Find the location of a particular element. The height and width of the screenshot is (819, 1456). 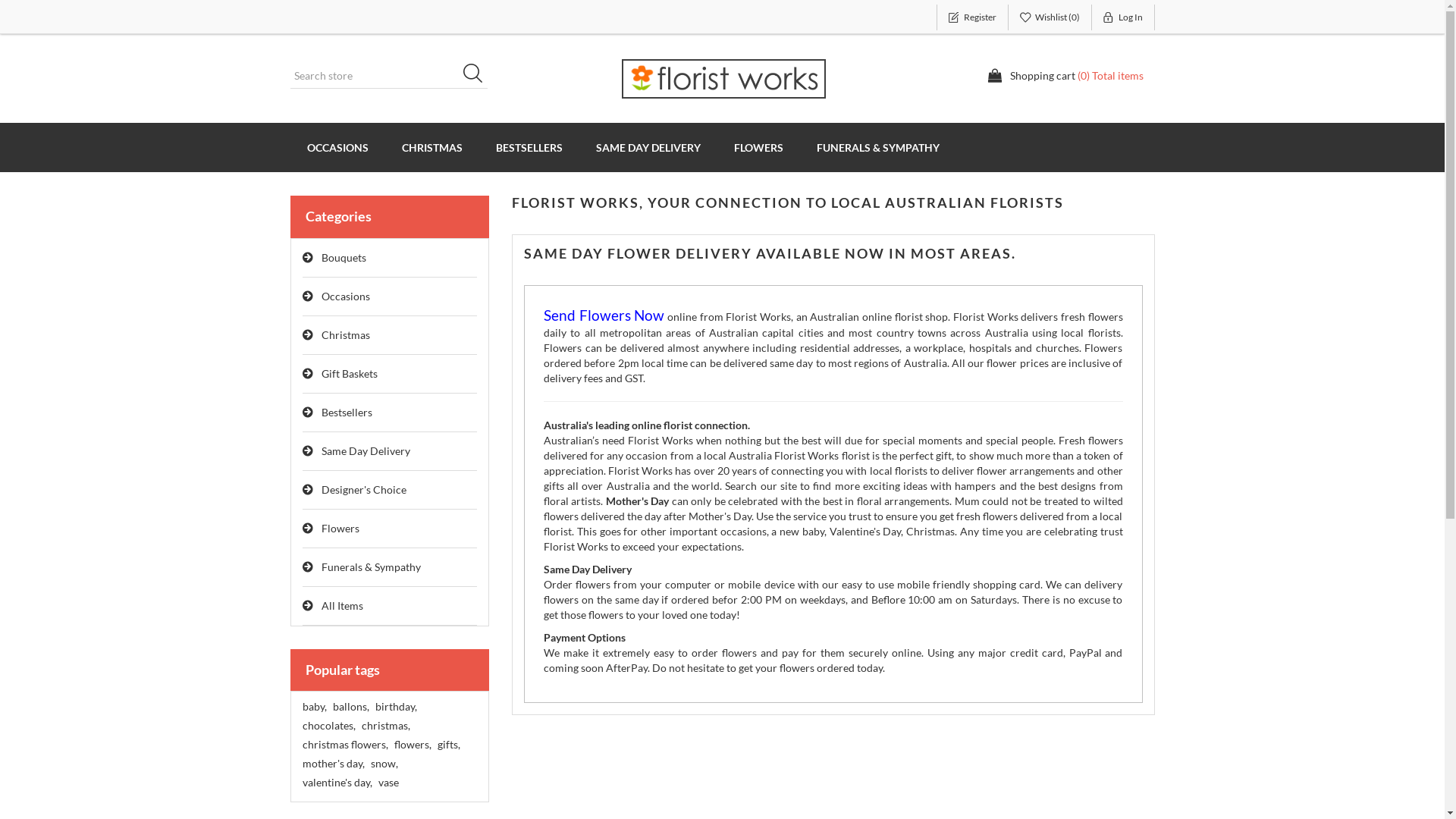

'baby,' is located at coordinates (302, 707).